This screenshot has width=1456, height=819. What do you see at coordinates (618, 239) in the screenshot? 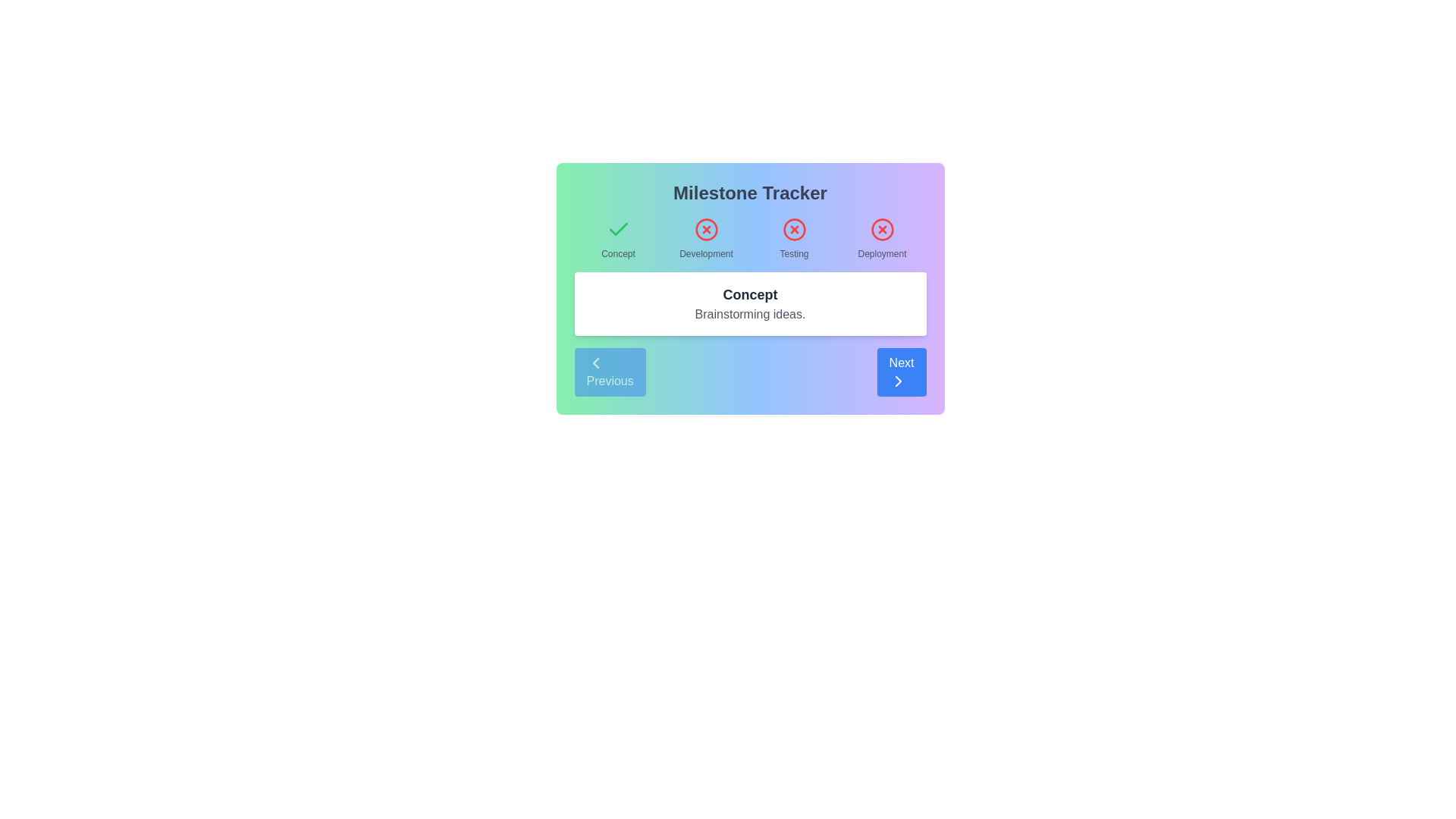
I see `the status of the 'Concept' phase indicator, which is the first status indicator among four in a milestone tracking interface, visually represented with a green checkmark` at bounding box center [618, 239].